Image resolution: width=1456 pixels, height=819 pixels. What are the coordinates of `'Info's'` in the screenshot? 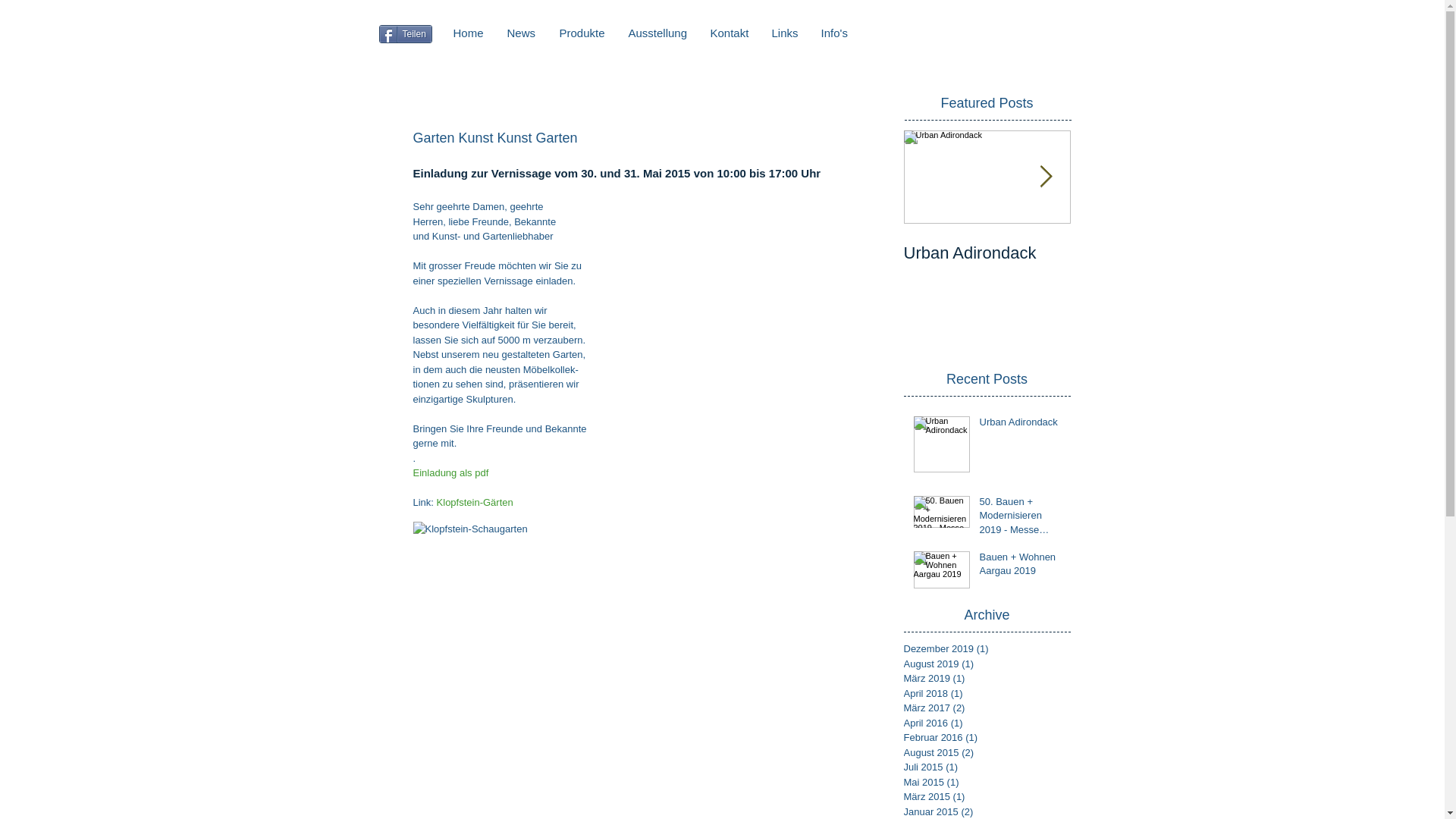 It's located at (833, 32).